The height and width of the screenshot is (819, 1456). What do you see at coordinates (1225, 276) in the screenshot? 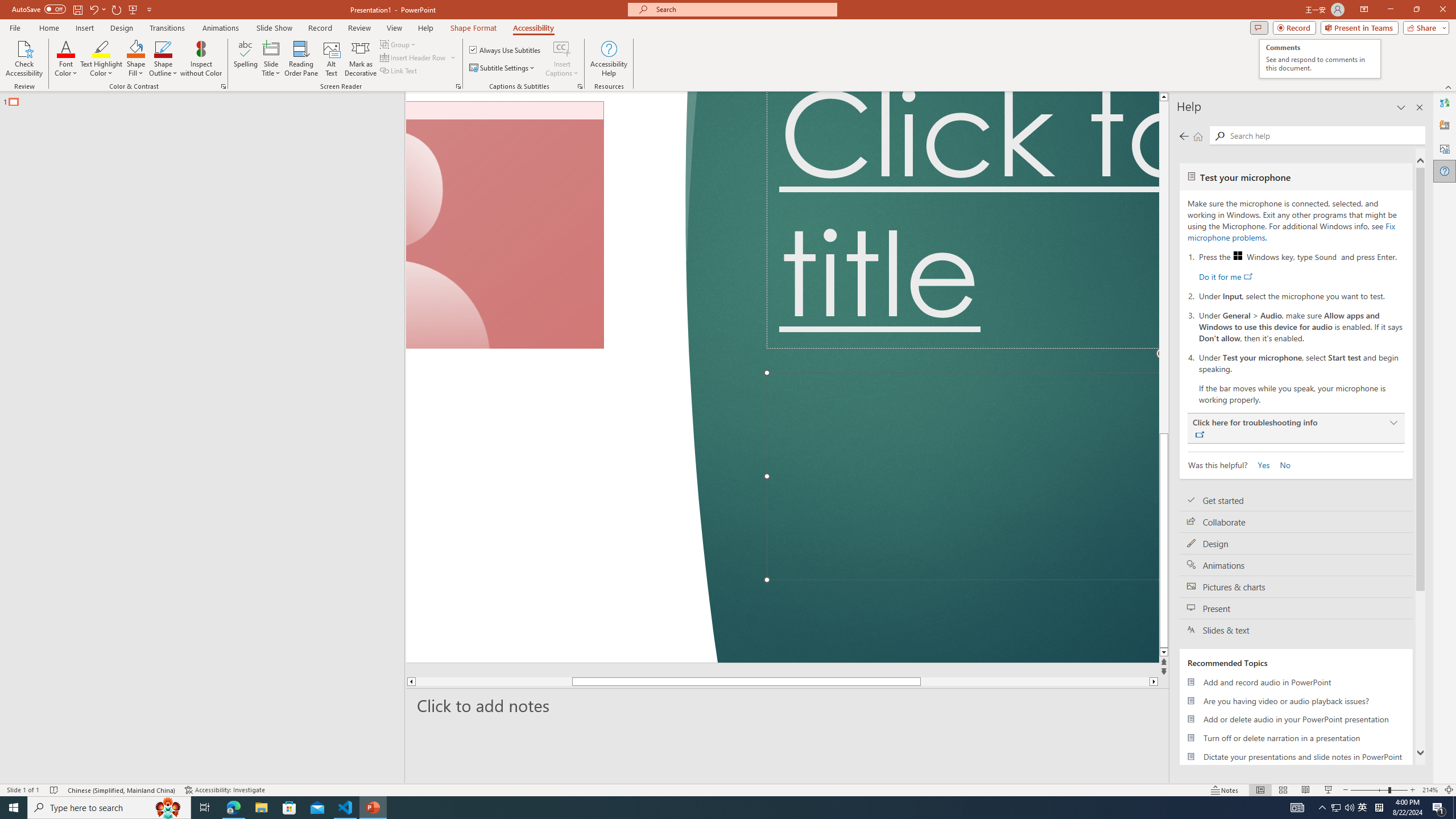
I see `'Do it for me'` at bounding box center [1225, 276].